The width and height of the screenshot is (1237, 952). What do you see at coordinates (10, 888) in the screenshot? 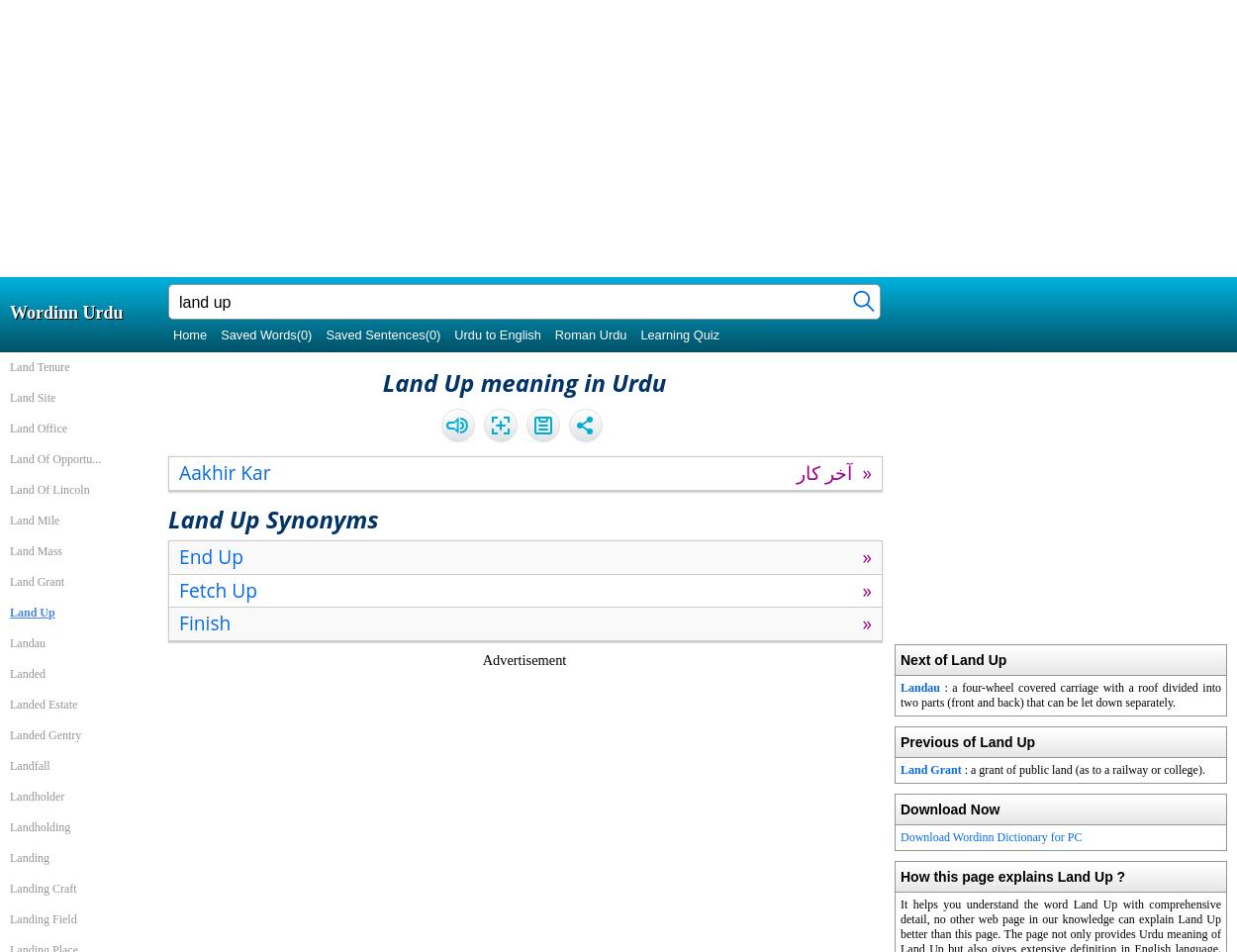
I see `'Landing Craft'` at bounding box center [10, 888].